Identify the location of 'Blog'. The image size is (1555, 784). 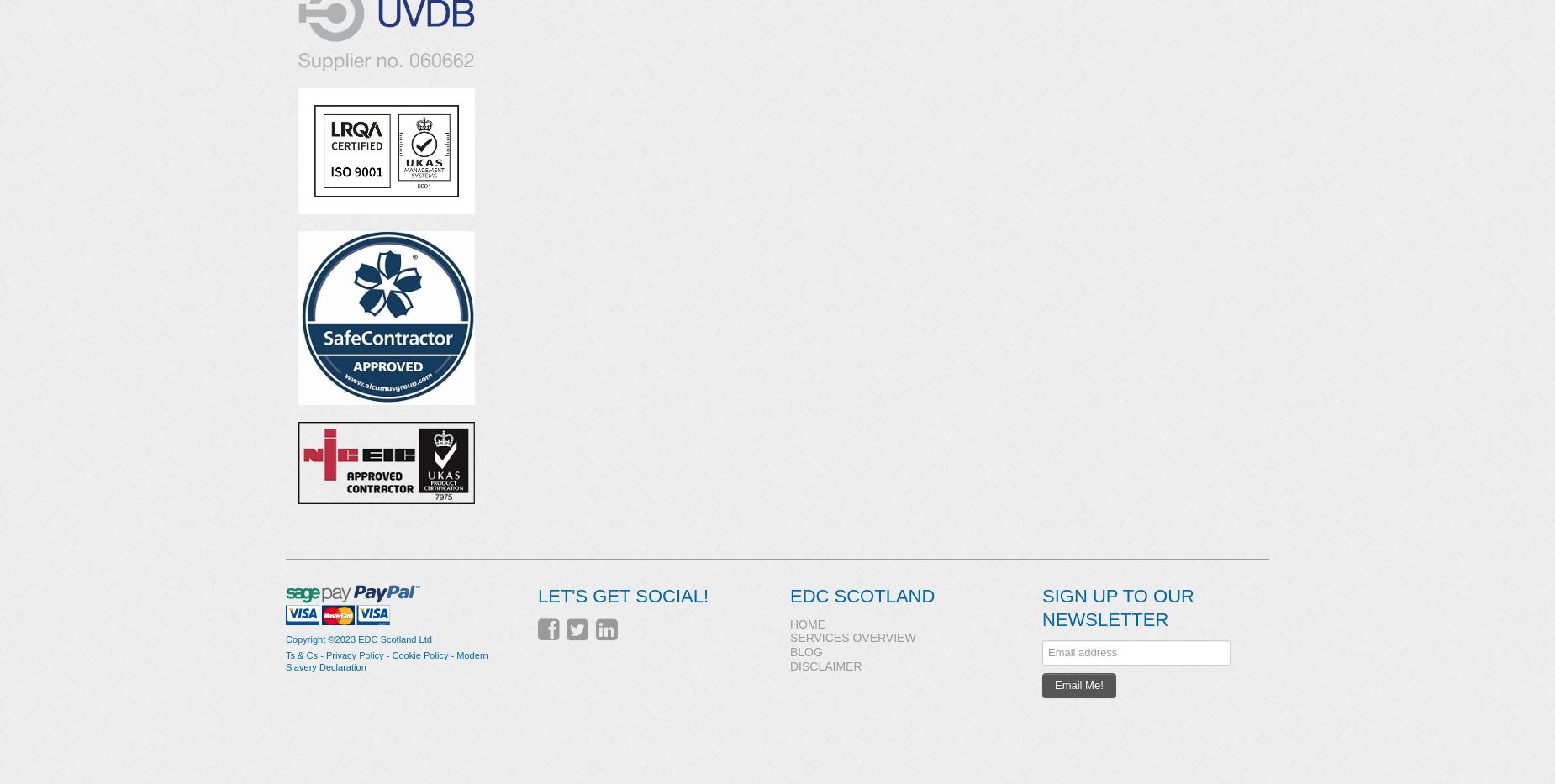
(805, 650).